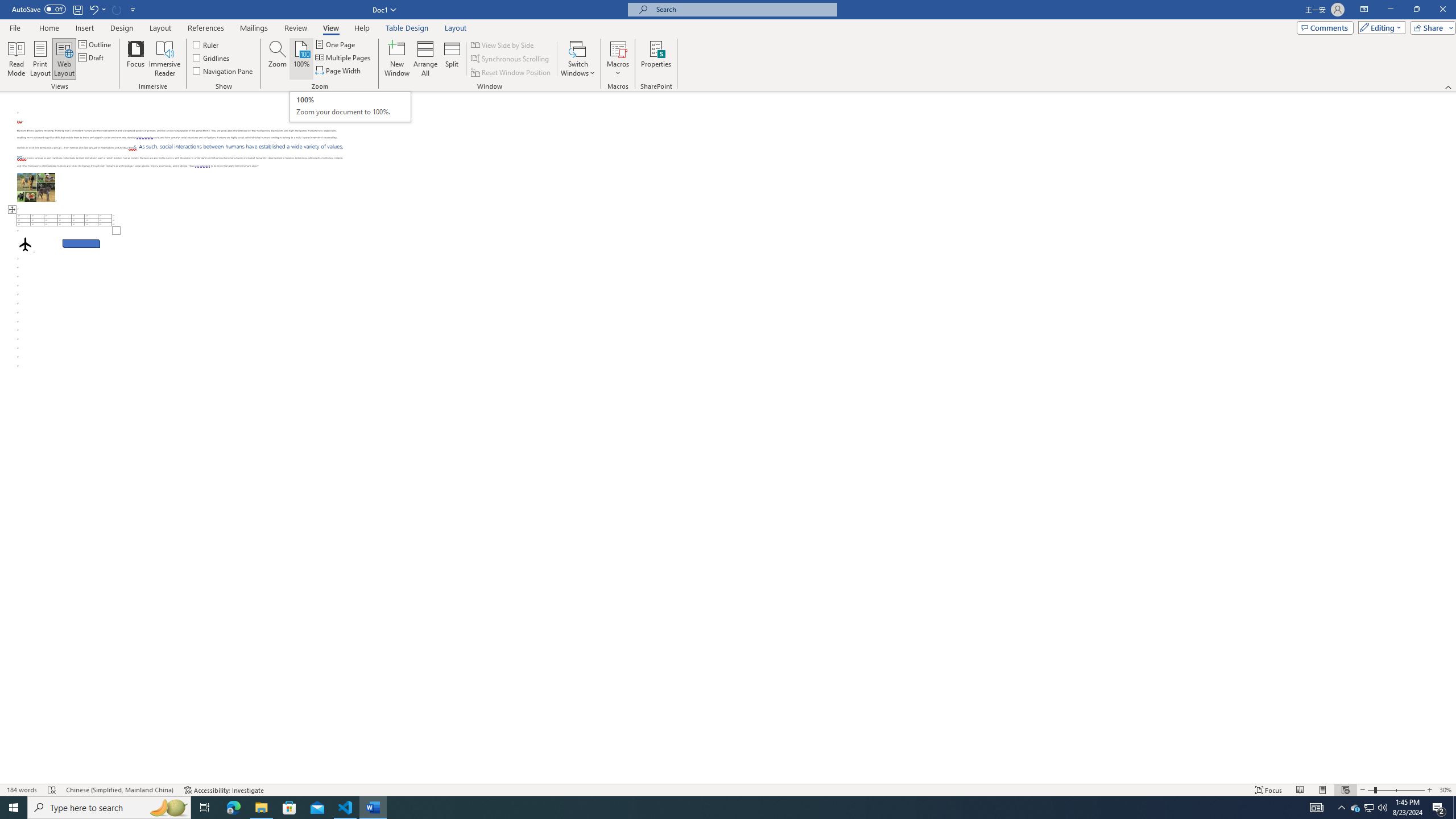 This screenshot has width=1456, height=819. Describe the element at coordinates (425, 59) in the screenshot. I see `'Arrange All'` at that location.